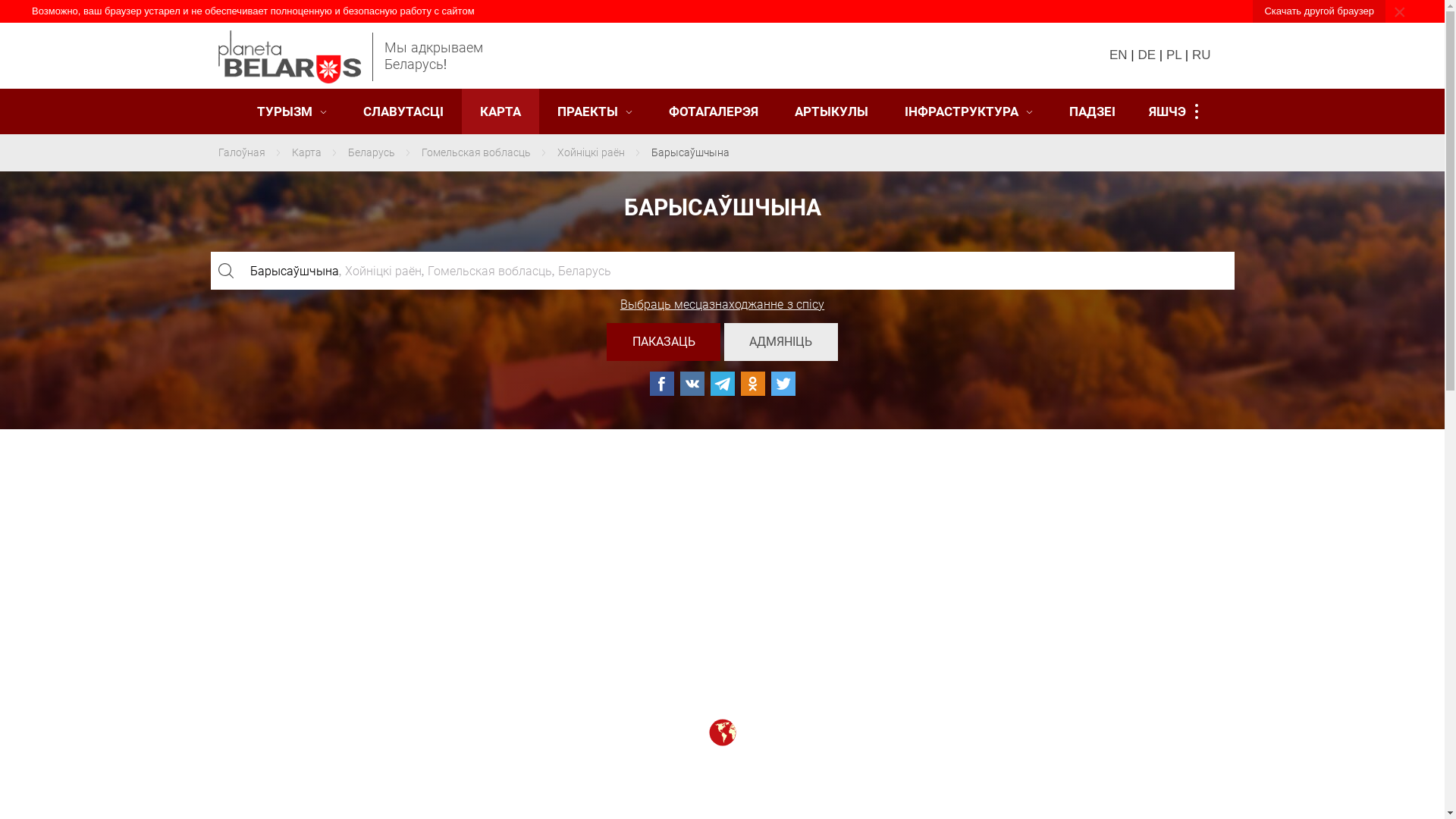  What do you see at coordinates (1200, 54) in the screenshot?
I see `'RU'` at bounding box center [1200, 54].